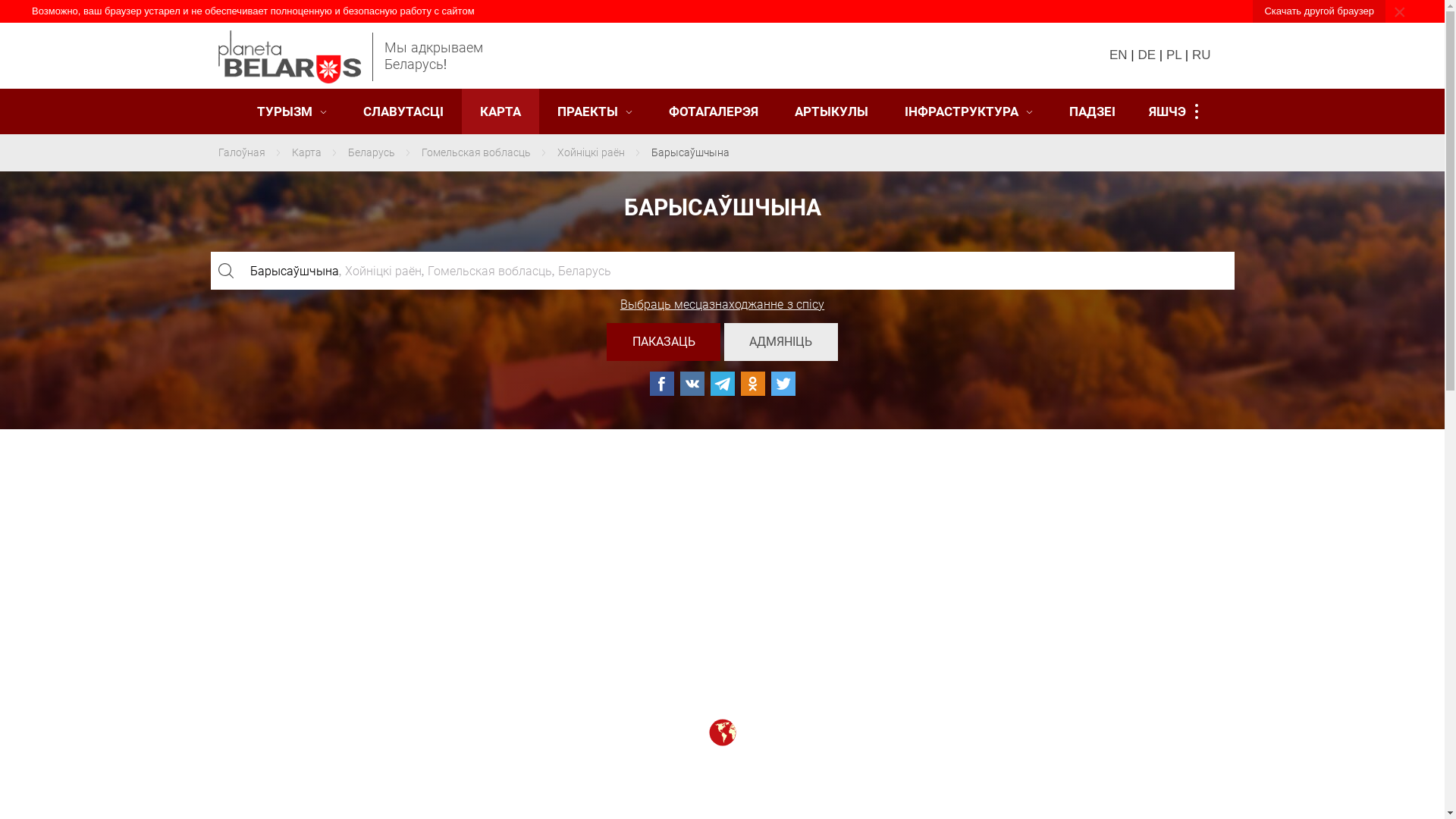  What do you see at coordinates (1200, 54) in the screenshot?
I see `'RU'` at bounding box center [1200, 54].